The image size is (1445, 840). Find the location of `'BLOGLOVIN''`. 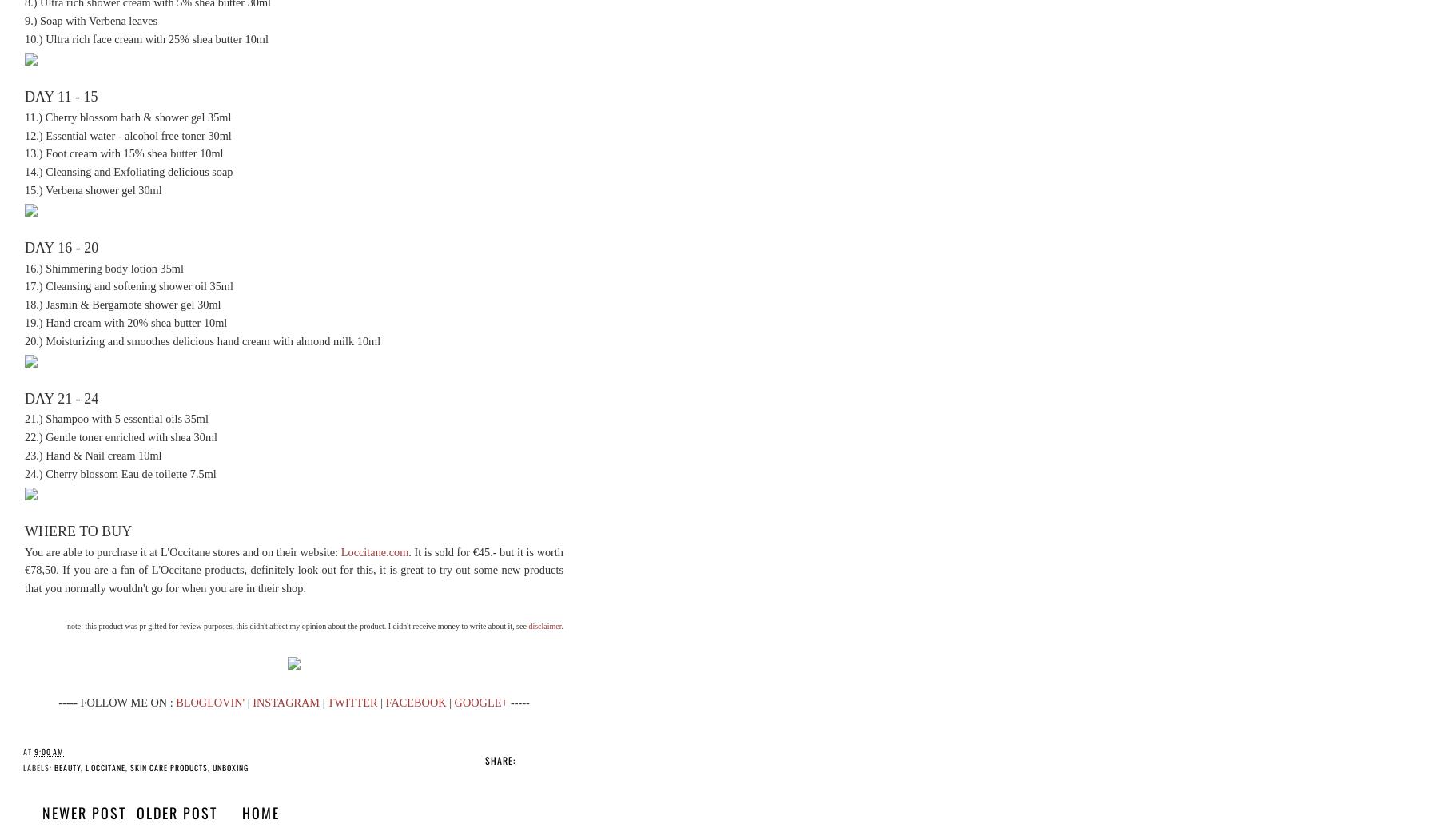

'BLOGLOVIN'' is located at coordinates (209, 701).